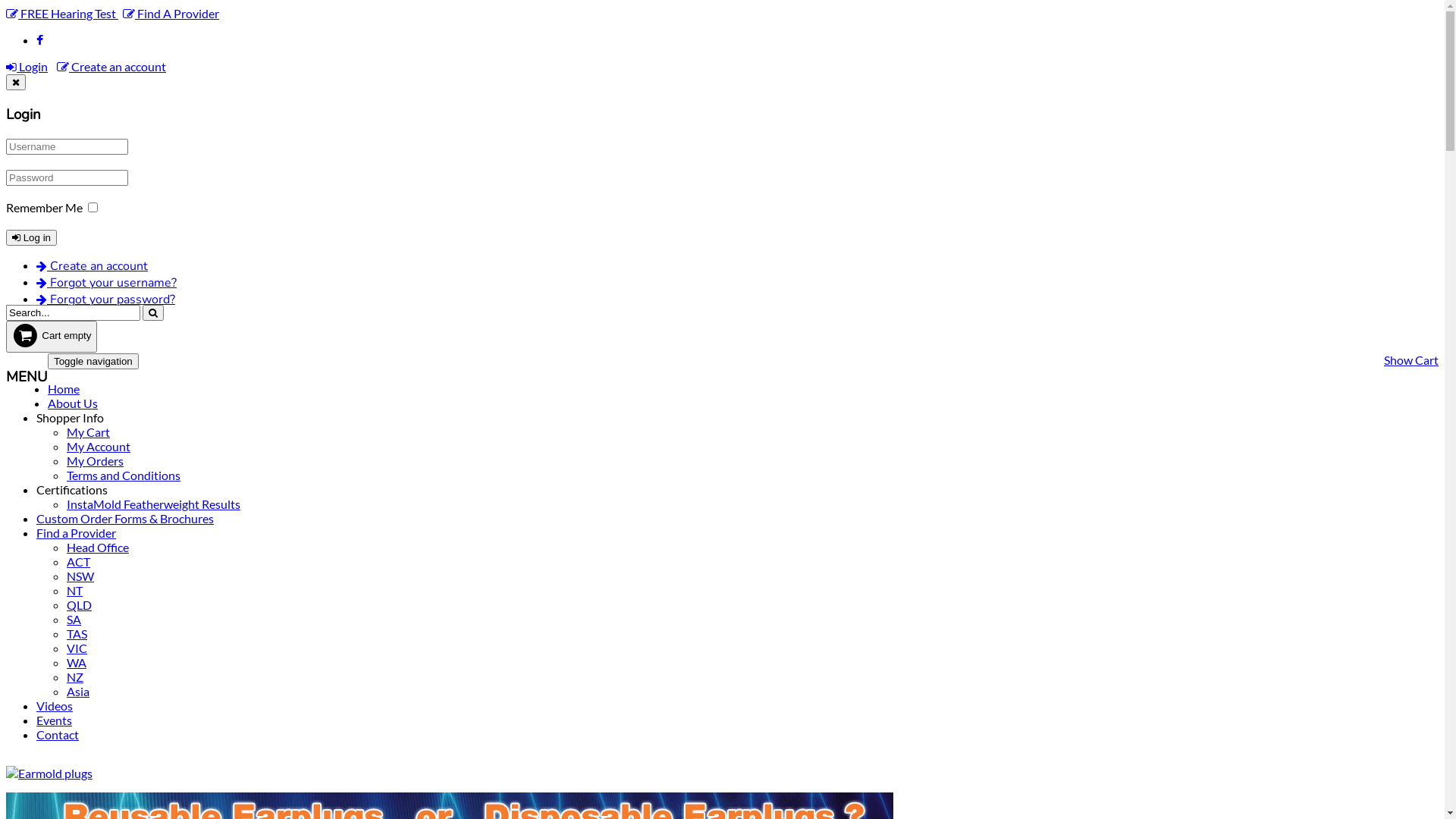  Describe the element at coordinates (74, 676) in the screenshot. I see `'NZ'` at that location.